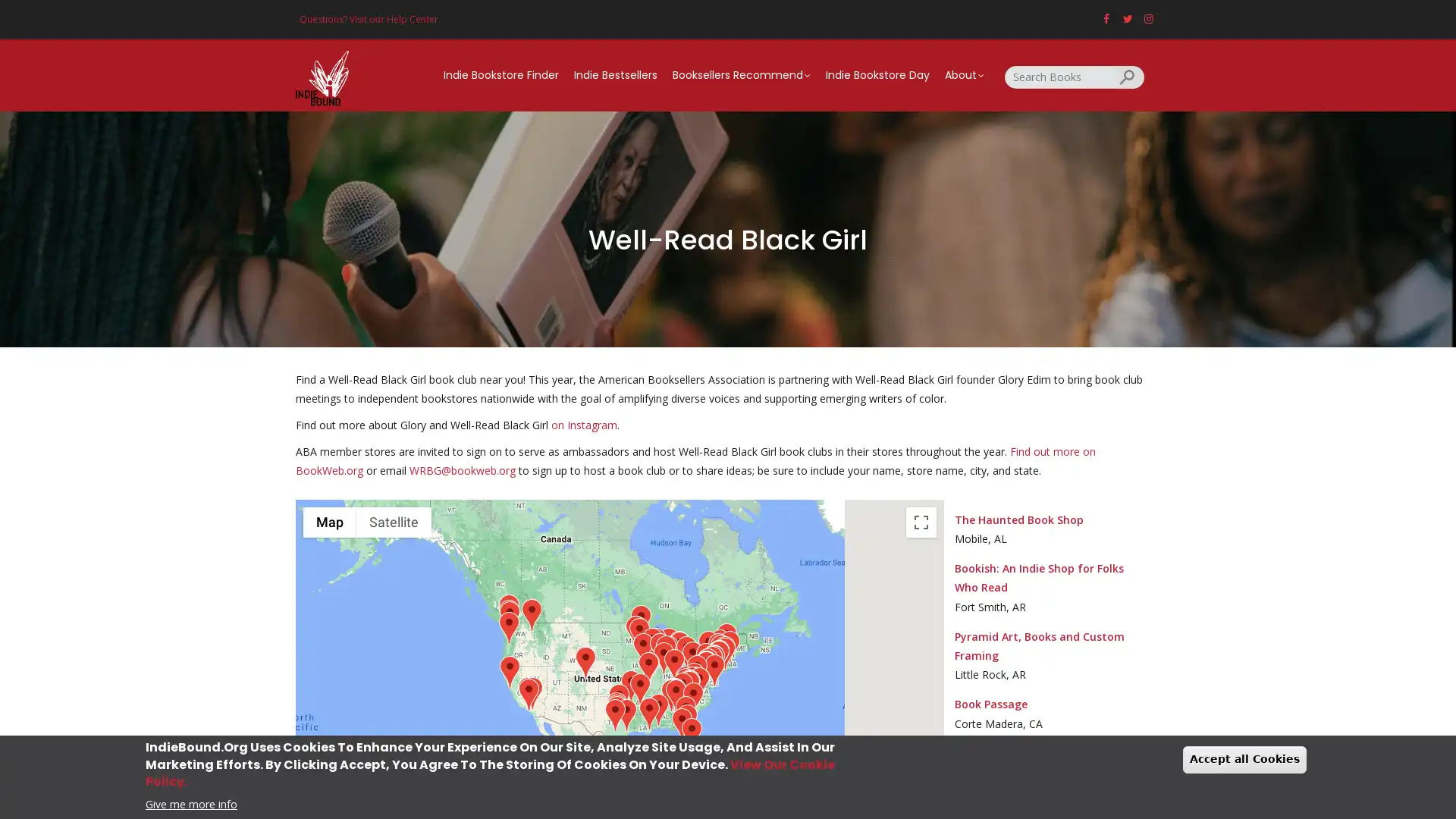  Describe the element at coordinates (674, 694) in the screenshot. I see `Early Literacy Development Agency (ELDA)` at that location.